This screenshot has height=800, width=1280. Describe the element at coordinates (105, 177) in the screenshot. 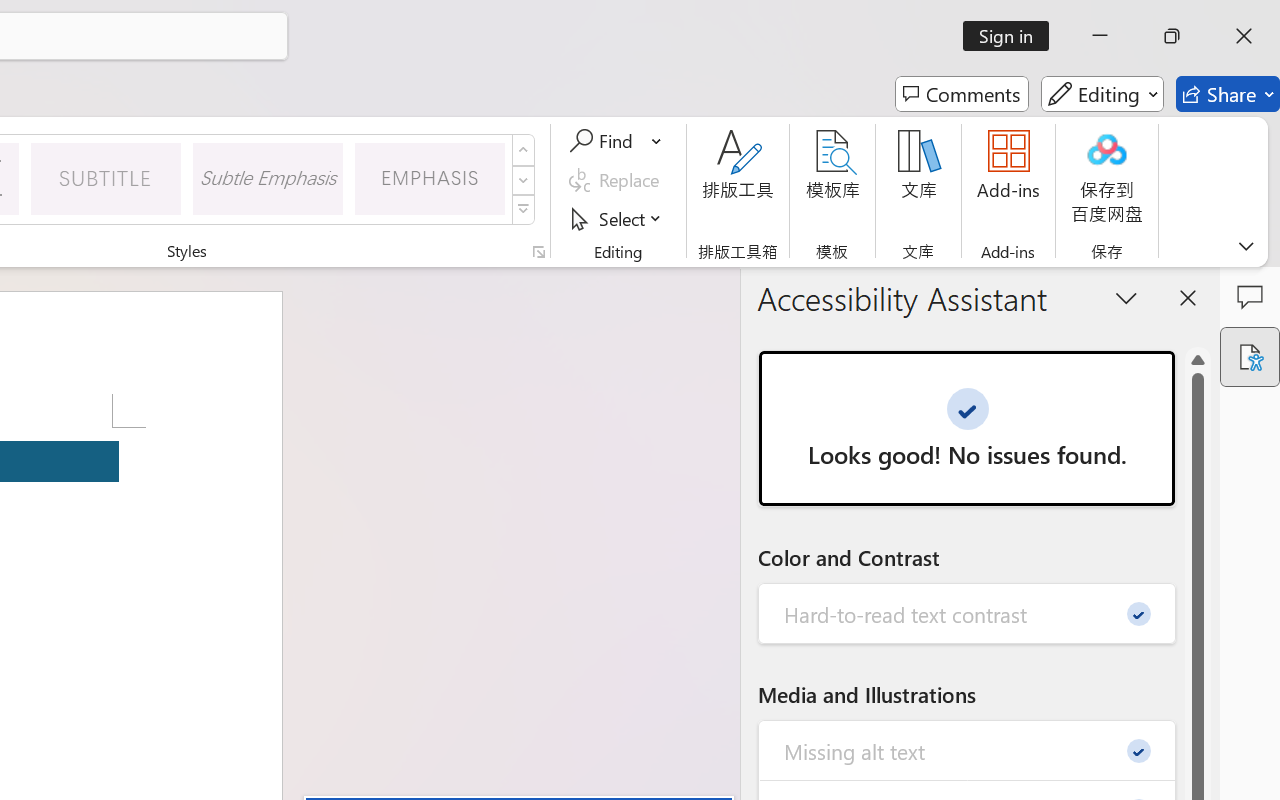

I see `'Subtitle'` at that location.